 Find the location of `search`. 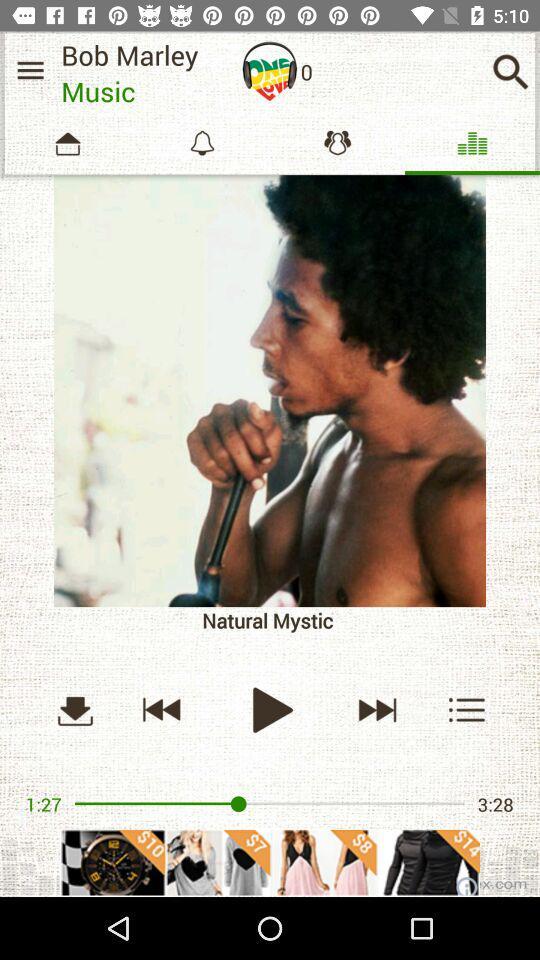

search is located at coordinates (510, 71).